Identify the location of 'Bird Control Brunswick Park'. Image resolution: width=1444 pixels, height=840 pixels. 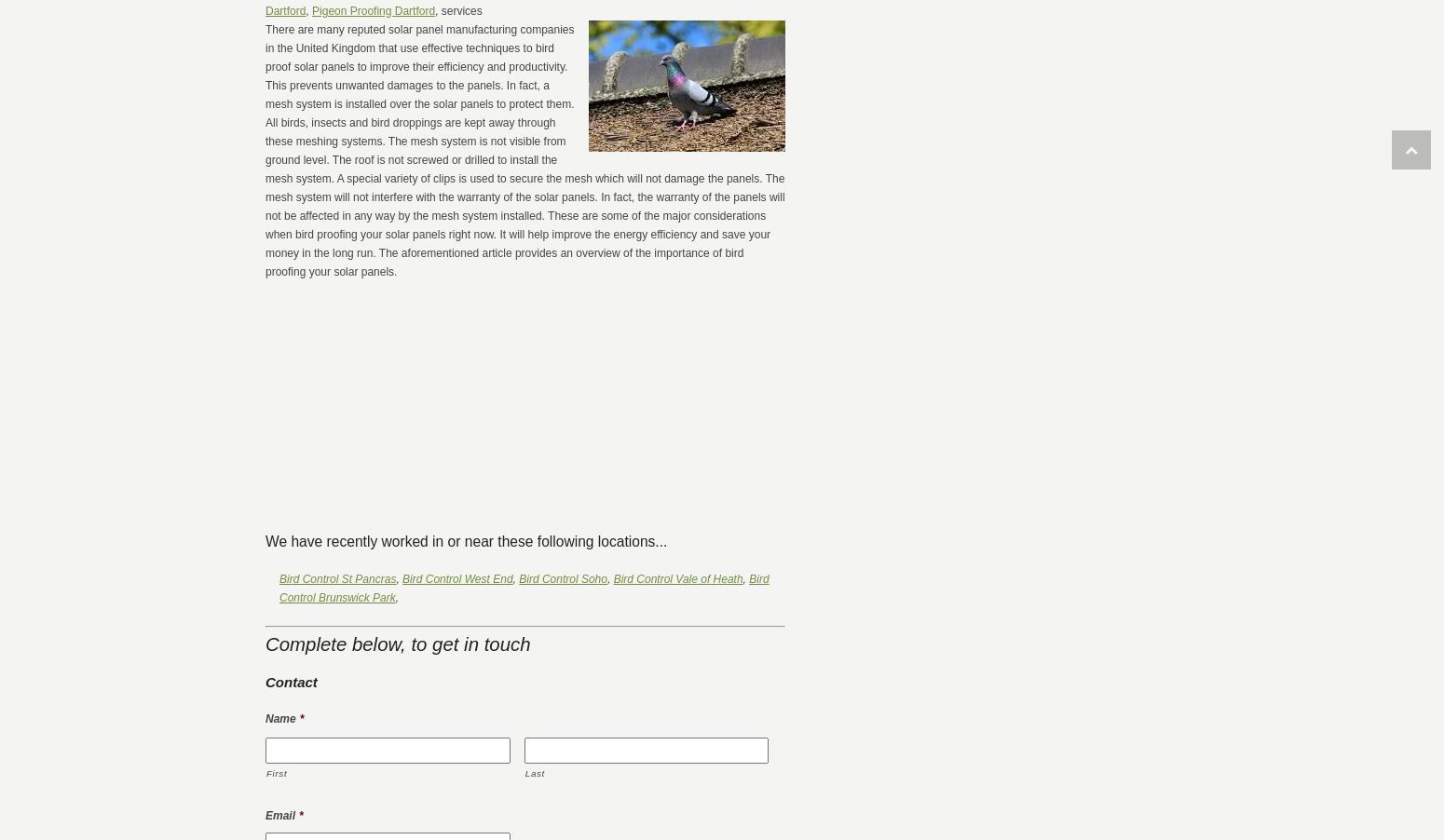
(524, 587).